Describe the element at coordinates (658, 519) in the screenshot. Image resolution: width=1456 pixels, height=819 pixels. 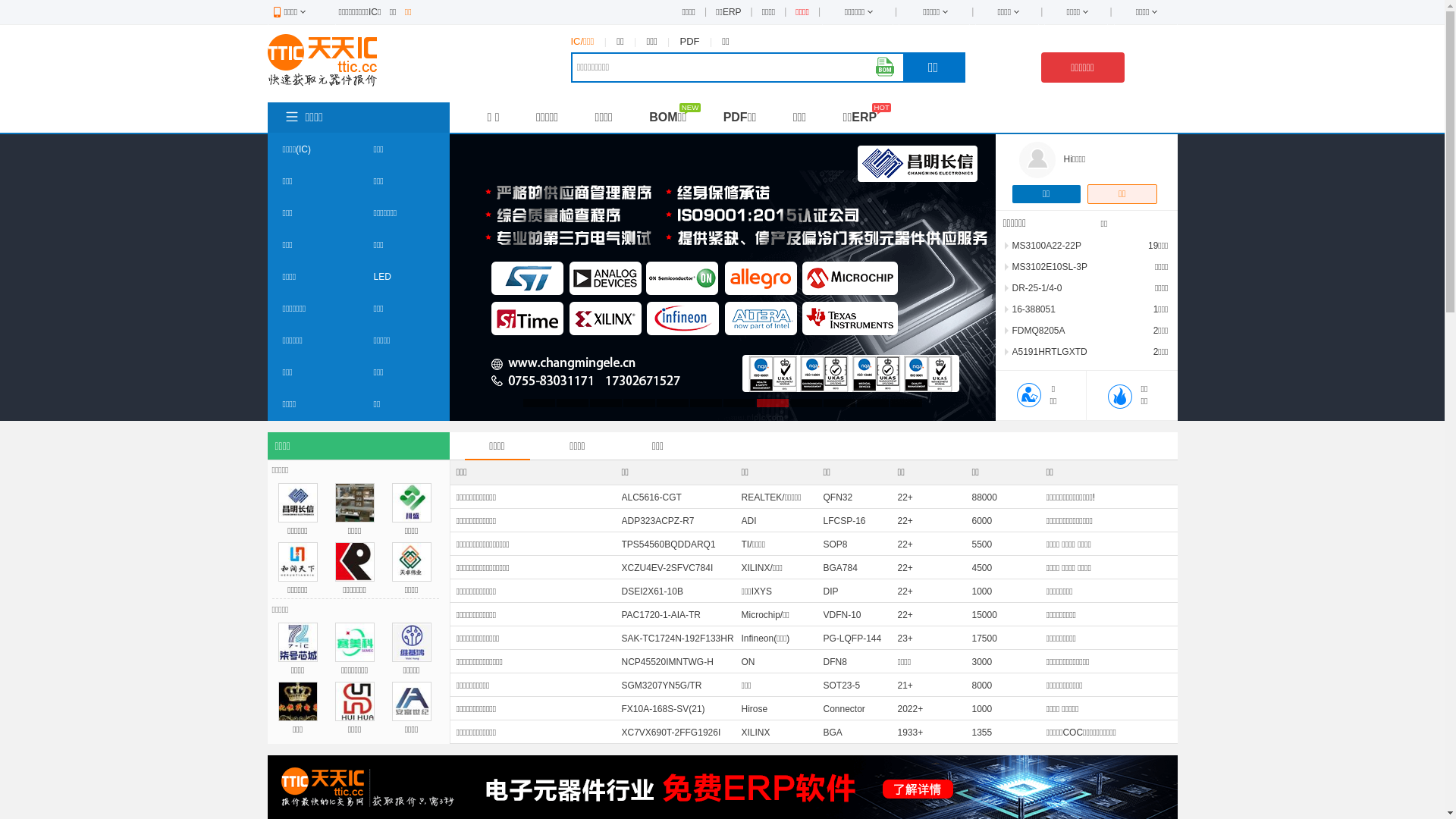
I see `'ADP323ACPZ-R7'` at that location.